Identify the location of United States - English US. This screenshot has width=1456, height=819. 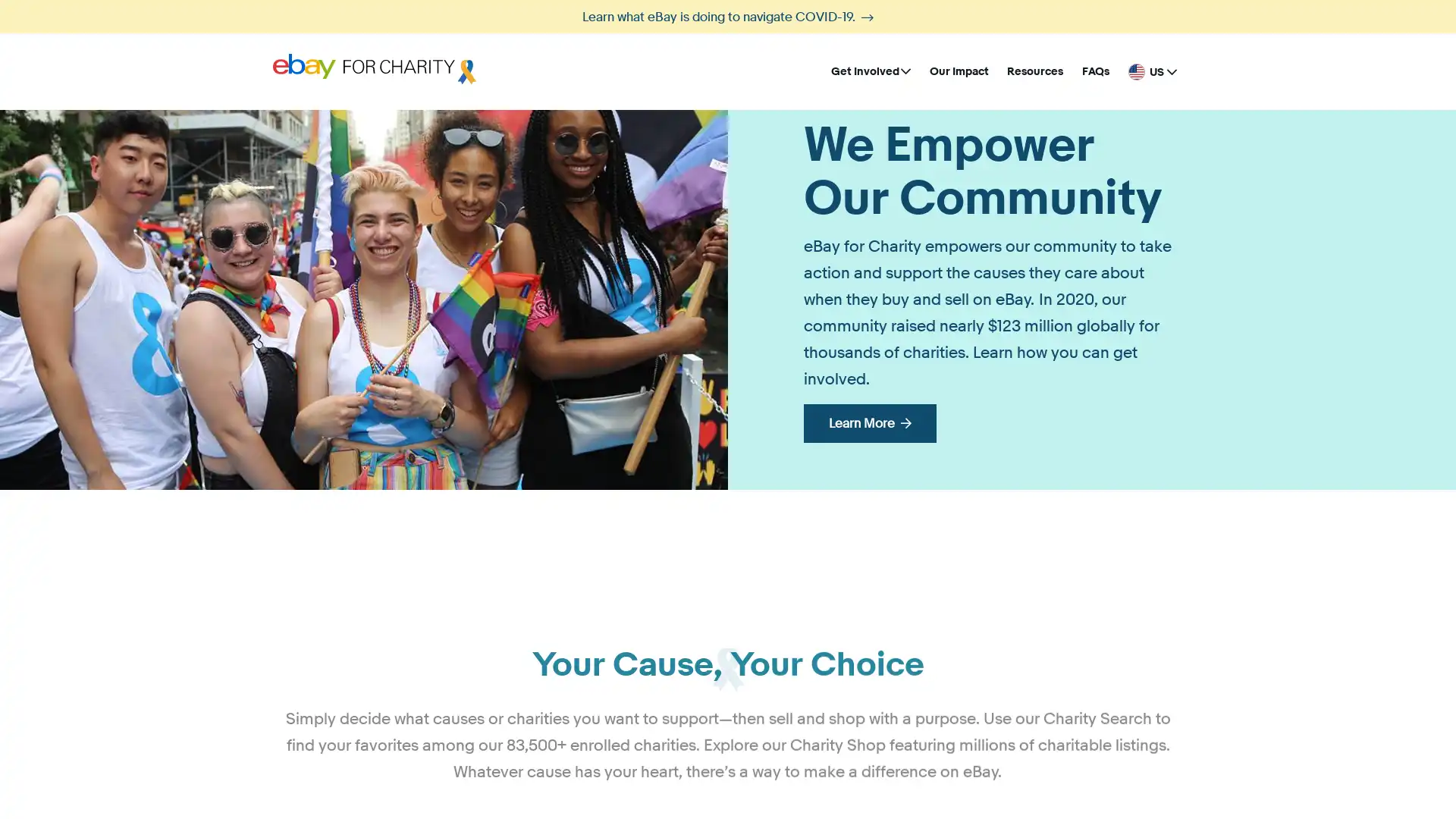
(1151, 71).